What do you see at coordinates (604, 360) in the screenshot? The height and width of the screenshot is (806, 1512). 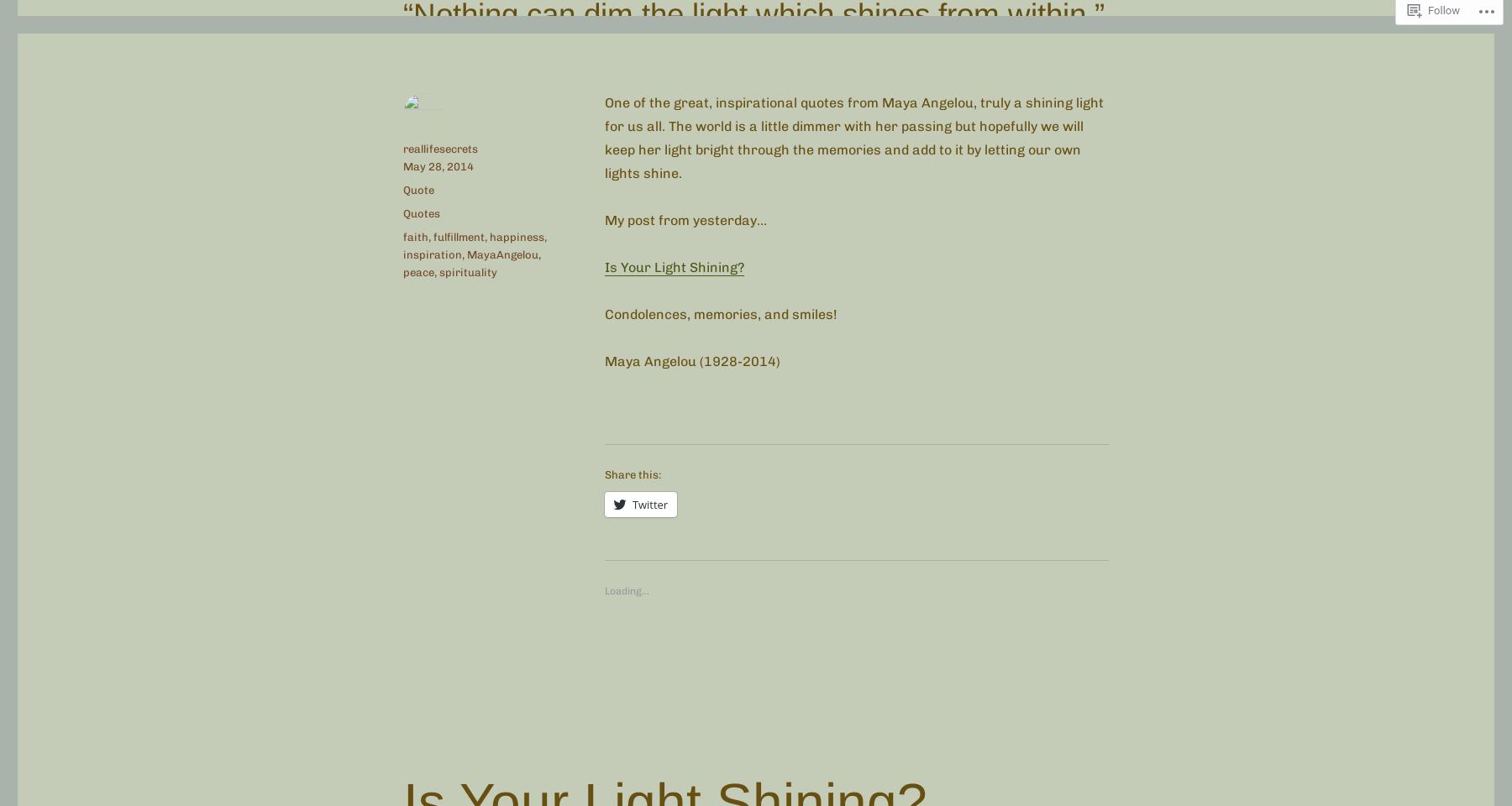 I see `'Maya Angelou (1928-2014)'` at bounding box center [604, 360].